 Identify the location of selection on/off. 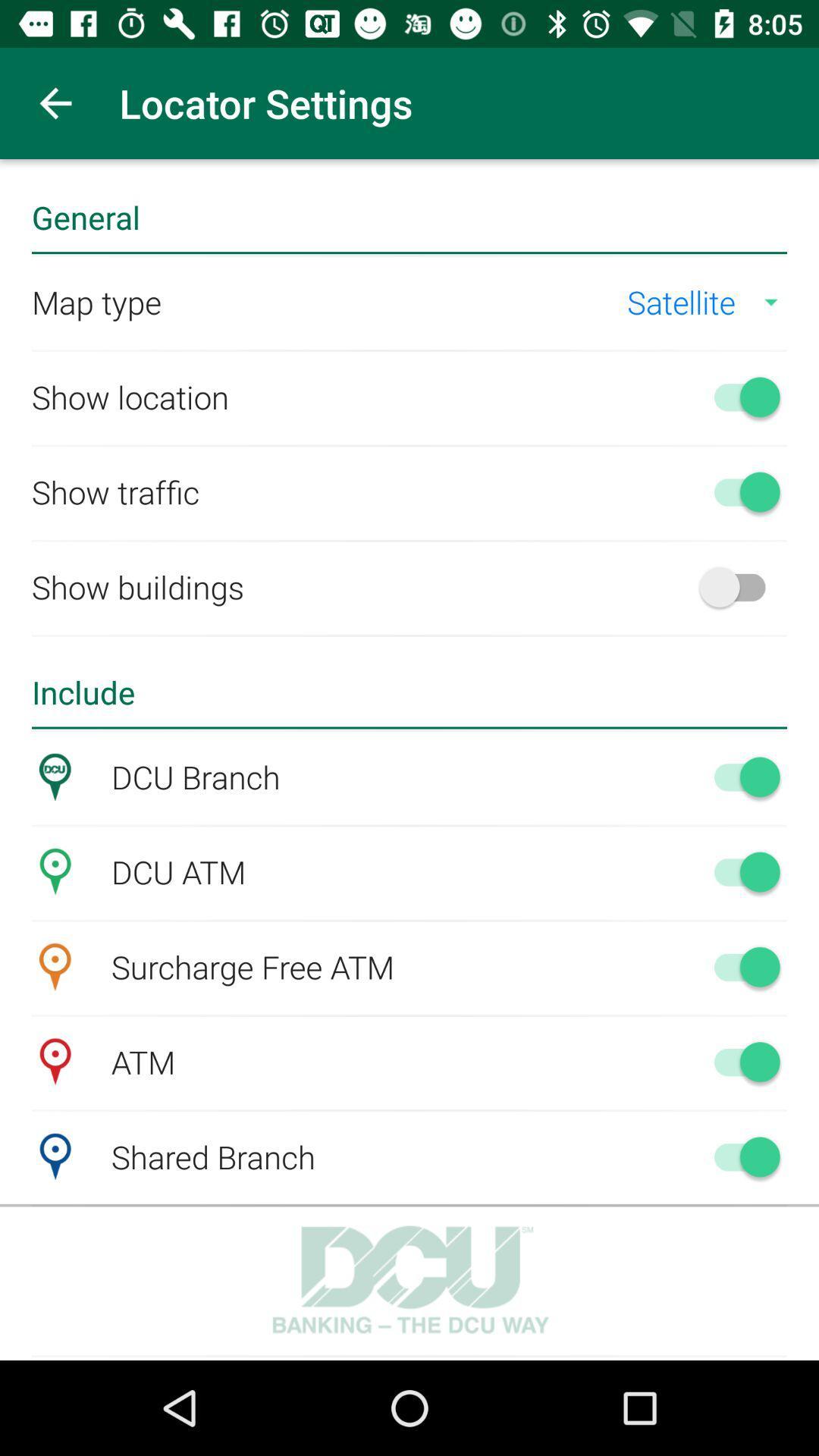
(739, 585).